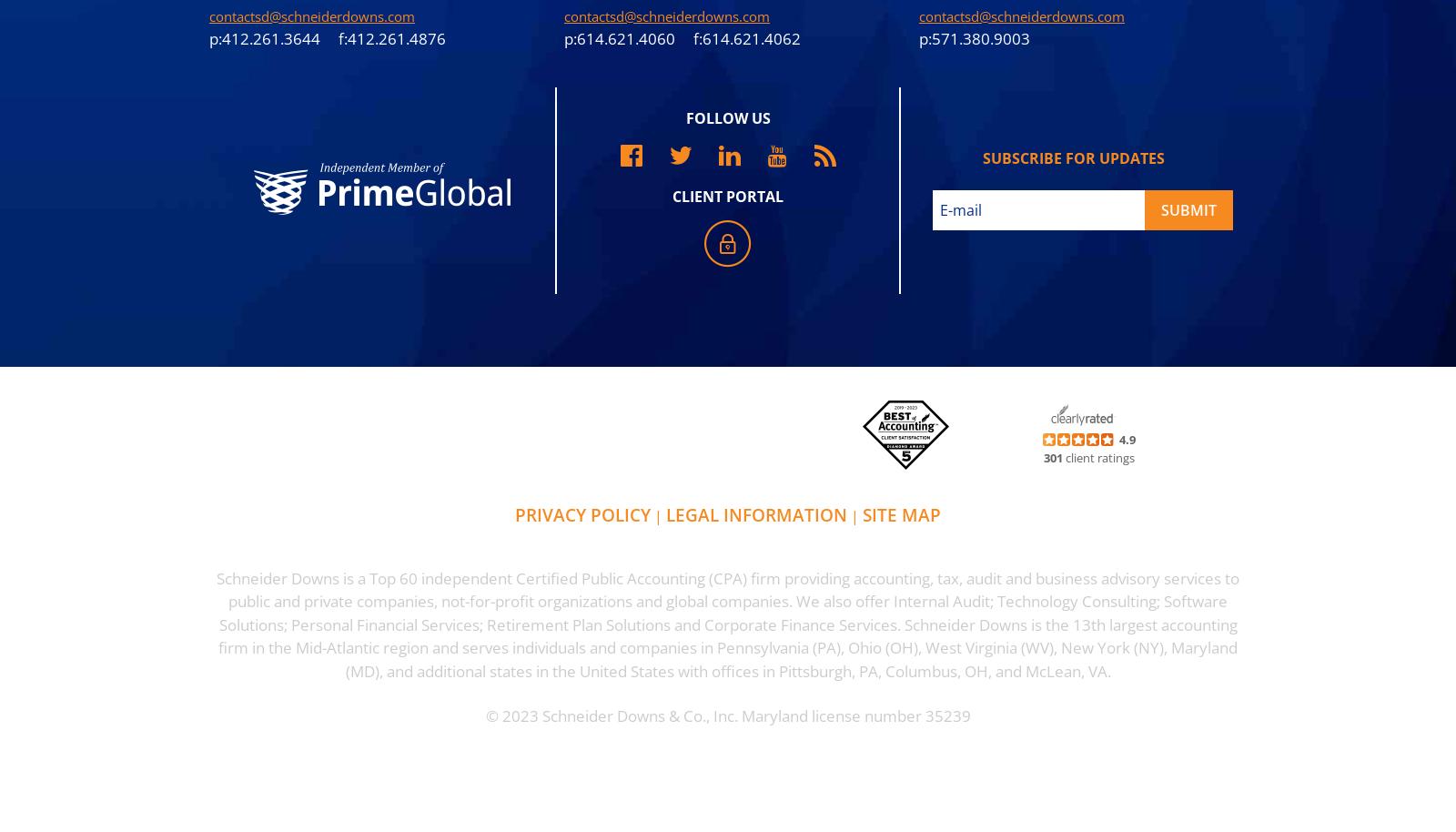  I want to click on 'subscribe for updates', so click(1074, 157).